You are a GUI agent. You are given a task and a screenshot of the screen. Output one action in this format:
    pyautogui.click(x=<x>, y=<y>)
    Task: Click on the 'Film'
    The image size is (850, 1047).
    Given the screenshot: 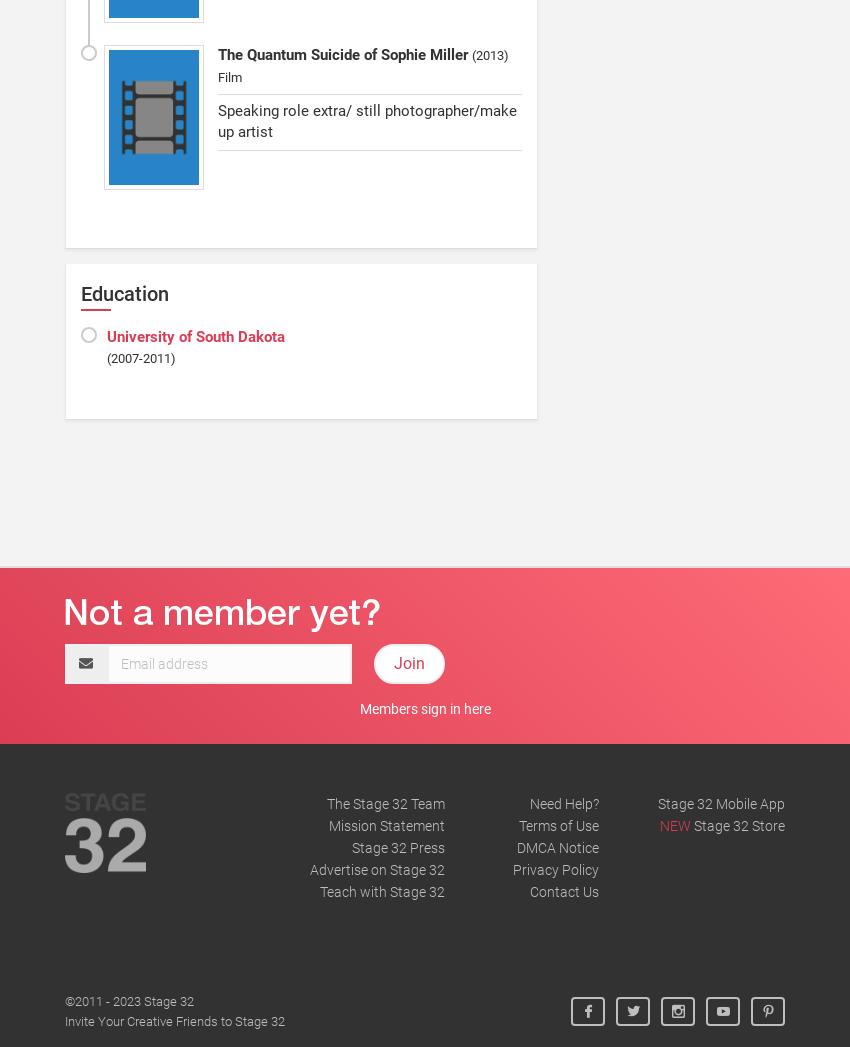 What is the action you would take?
    pyautogui.click(x=218, y=76)
    